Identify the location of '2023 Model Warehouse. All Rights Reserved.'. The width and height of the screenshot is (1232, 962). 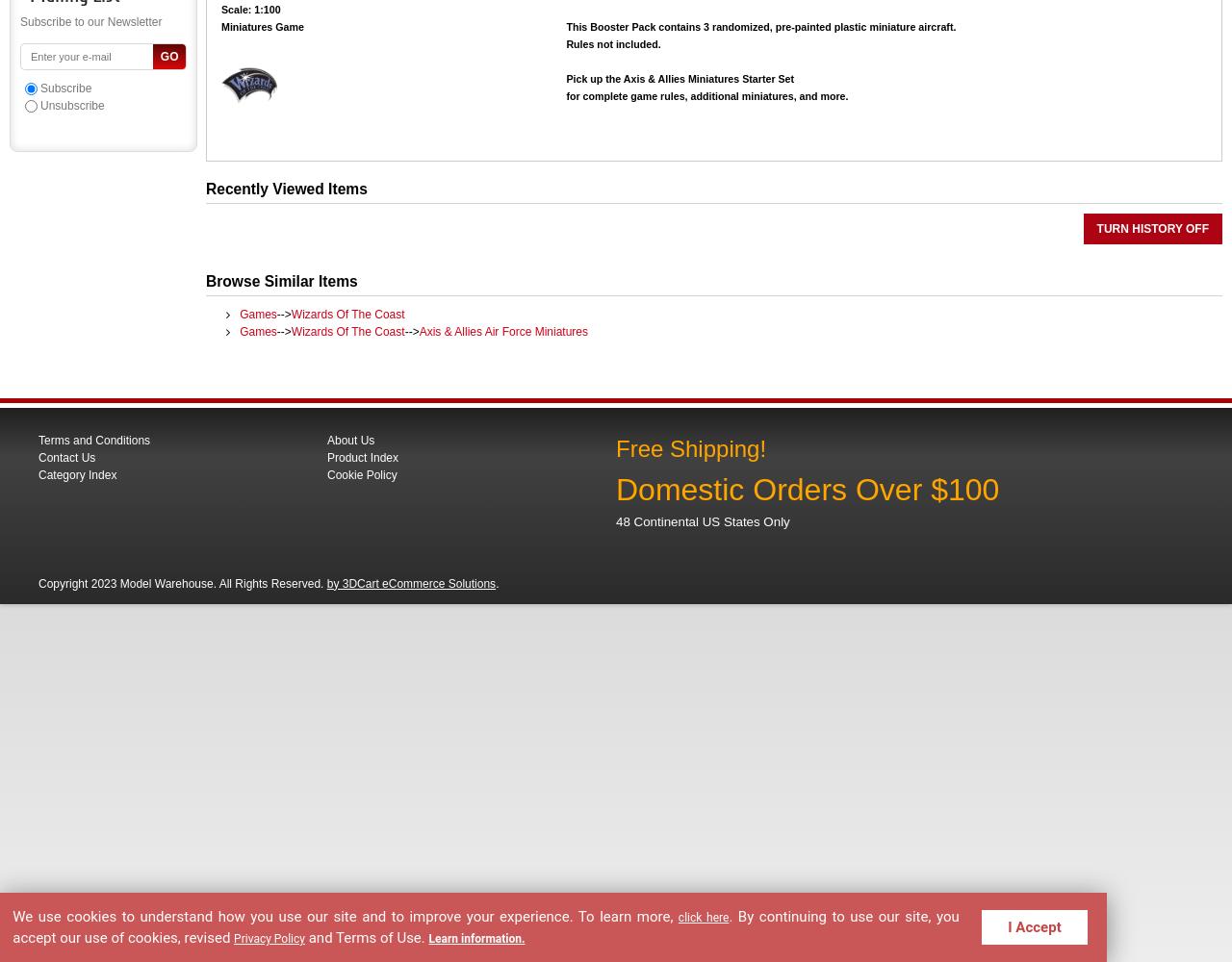
(208, 582).